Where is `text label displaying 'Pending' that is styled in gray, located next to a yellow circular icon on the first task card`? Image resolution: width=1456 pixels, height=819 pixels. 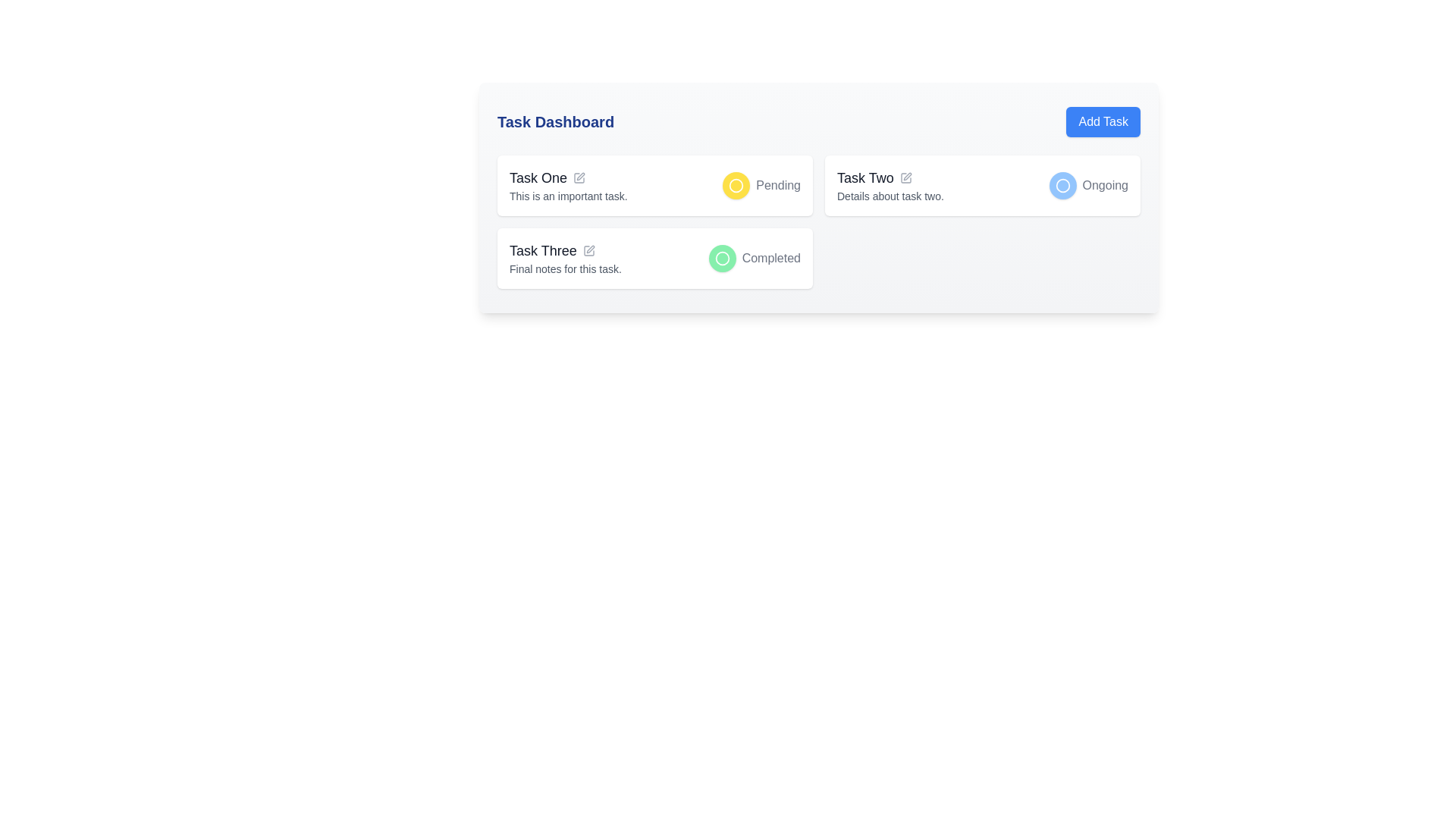
text label displaying 'Pending' that is styled in gray, located next to a yellow circular icon on the first task card is located at coordinates (778, 185).